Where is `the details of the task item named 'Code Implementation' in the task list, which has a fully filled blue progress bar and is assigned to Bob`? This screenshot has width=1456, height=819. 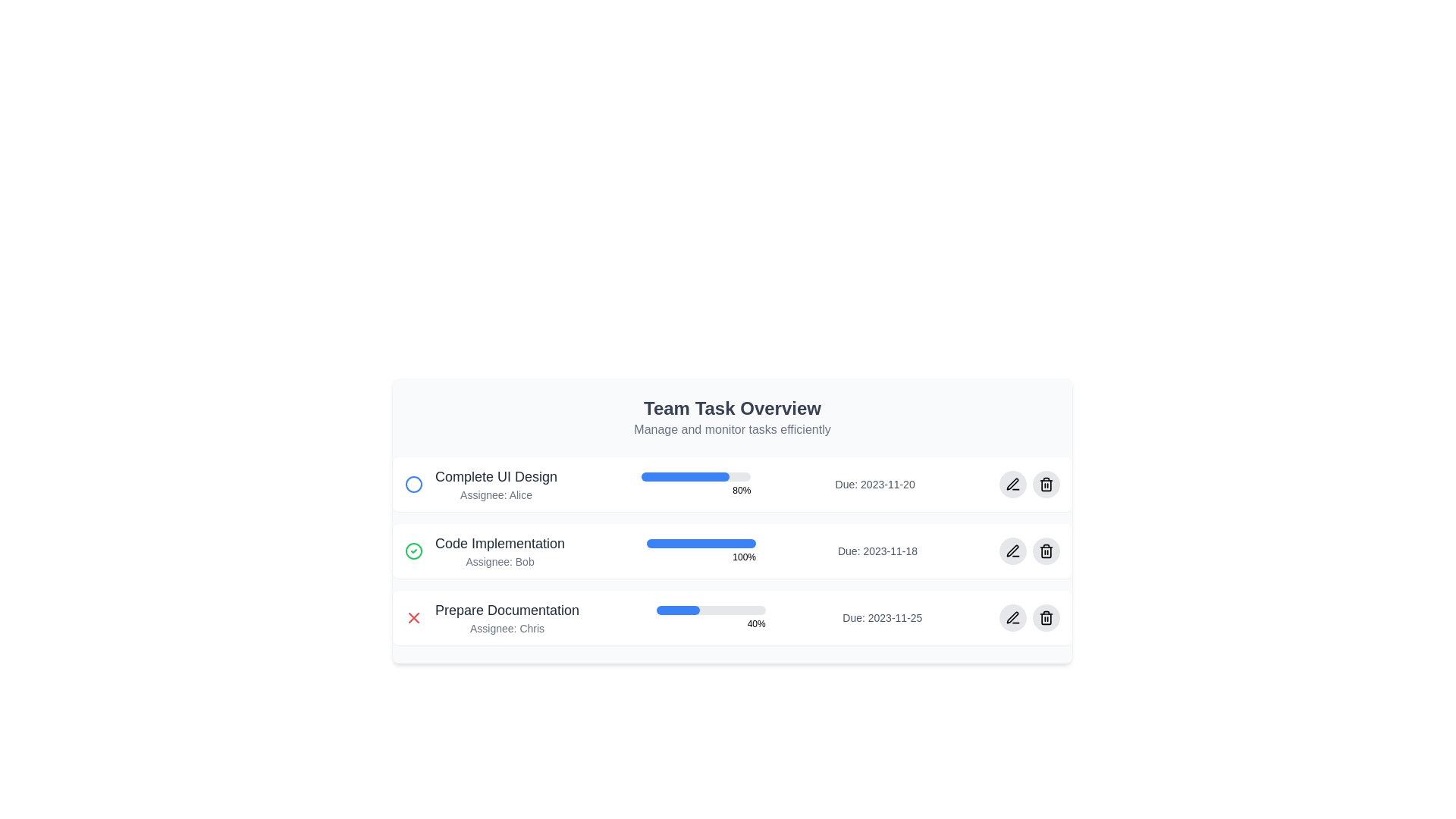 the details of the task item named 'Code Implementation' in the task list, which has a fully filled blue progress bar and is assigned to Bob is located at coordinates (732, 551).